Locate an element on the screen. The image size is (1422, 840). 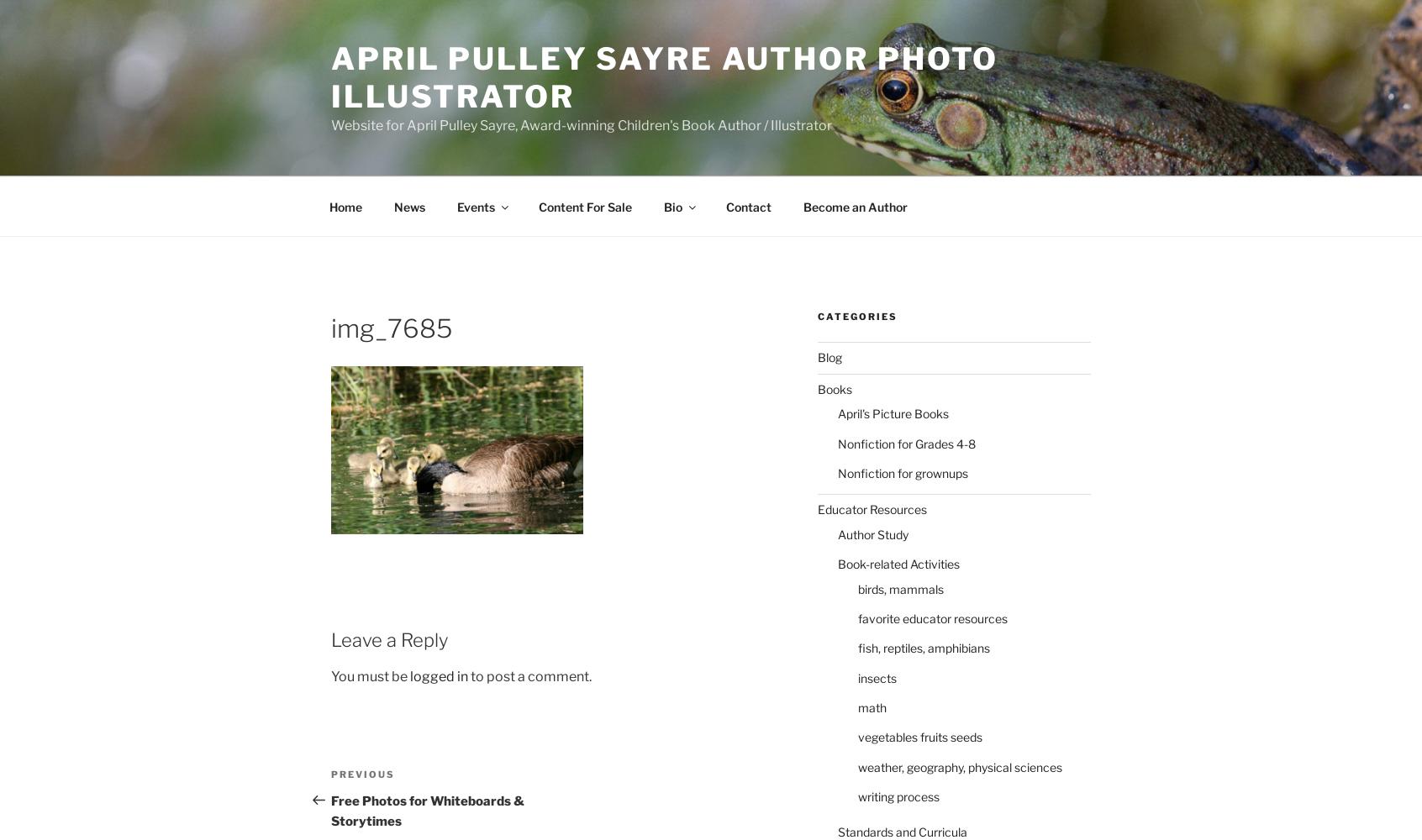
'Free Photos for Whiteboards & Storytimes' is located at coordinates (427, 810).